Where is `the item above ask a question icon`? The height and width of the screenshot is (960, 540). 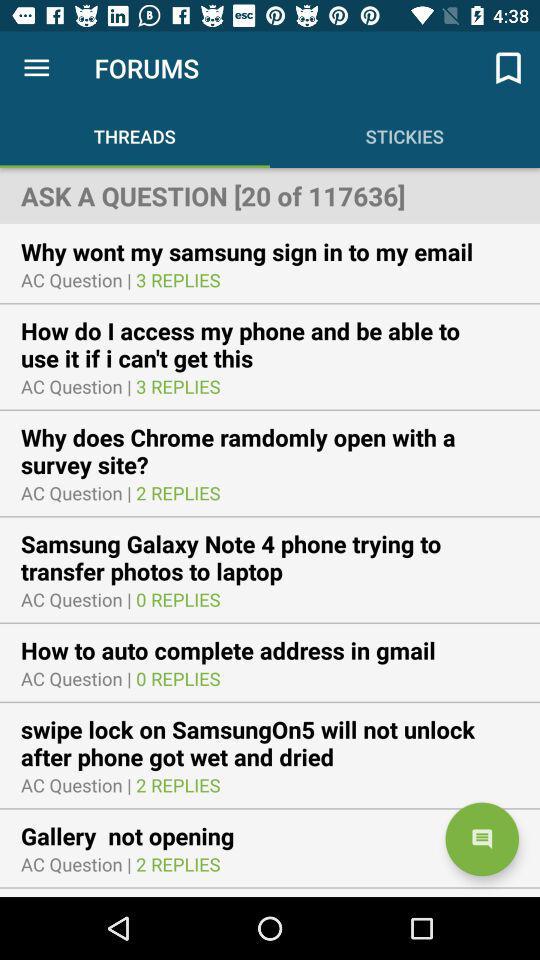
the item above ask a question icon is located at coordinates (508, 68).